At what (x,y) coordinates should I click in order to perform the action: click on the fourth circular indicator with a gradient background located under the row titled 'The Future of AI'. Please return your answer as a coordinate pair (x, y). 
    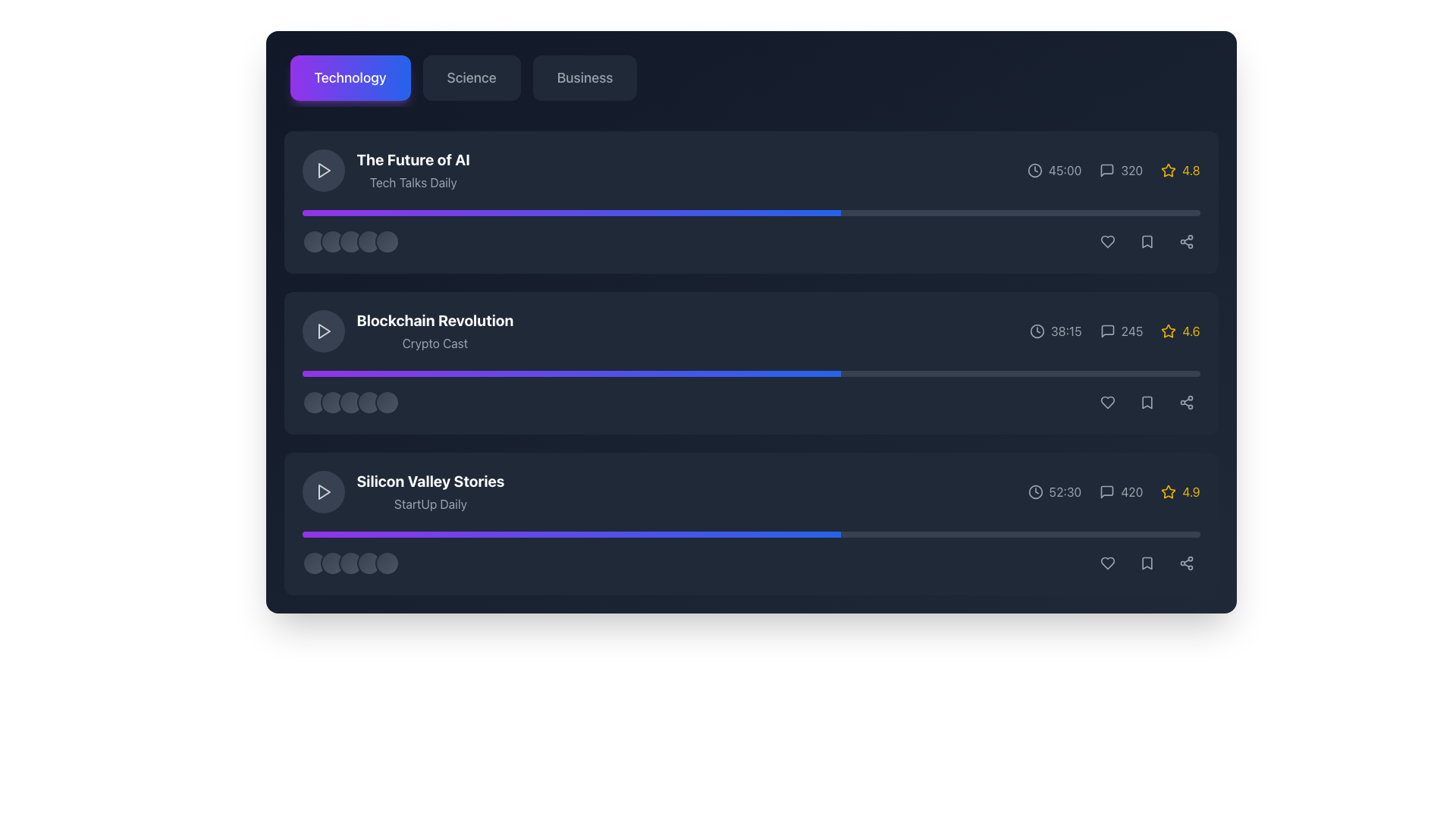
    Looking at the image, I should click on (369, 241).